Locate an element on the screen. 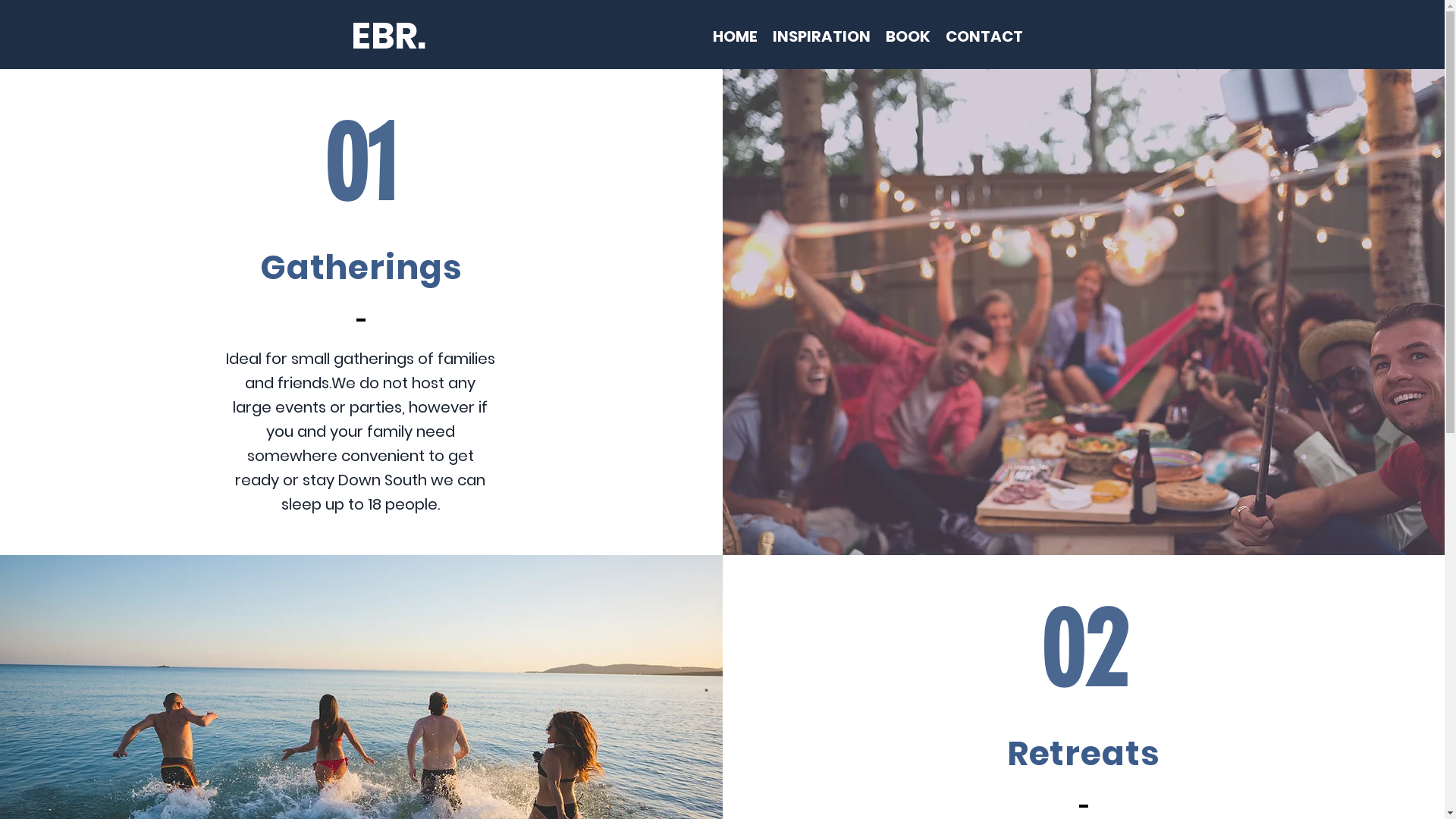 The image size is (1456, 819). 'BOOK' is located at coordinates (908, 35).